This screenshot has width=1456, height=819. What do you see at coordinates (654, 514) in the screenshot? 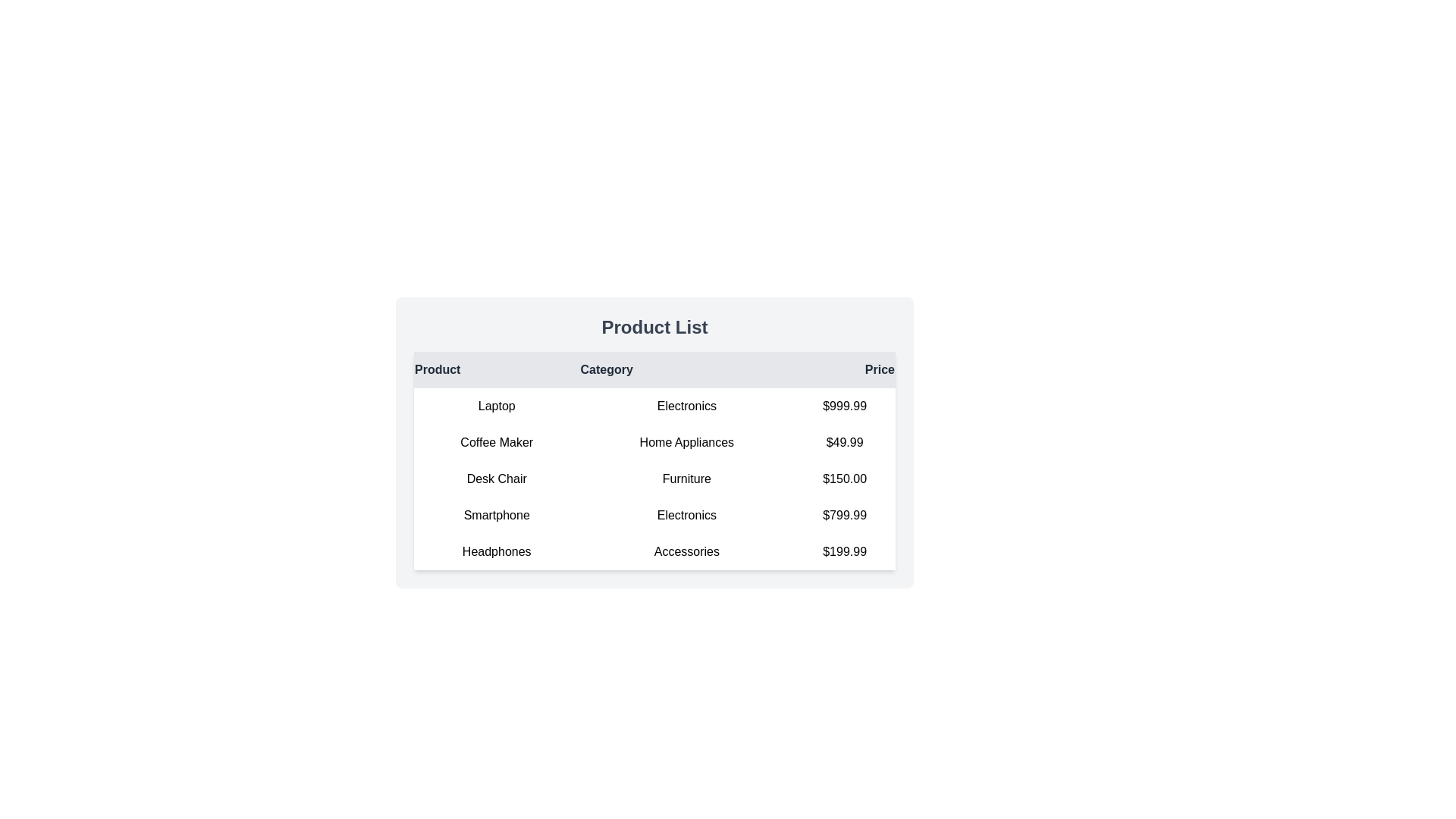
I see `the fourth row of the product list that displays a product entry, which includes its name, category, and price` at bounding box center [654, 514].